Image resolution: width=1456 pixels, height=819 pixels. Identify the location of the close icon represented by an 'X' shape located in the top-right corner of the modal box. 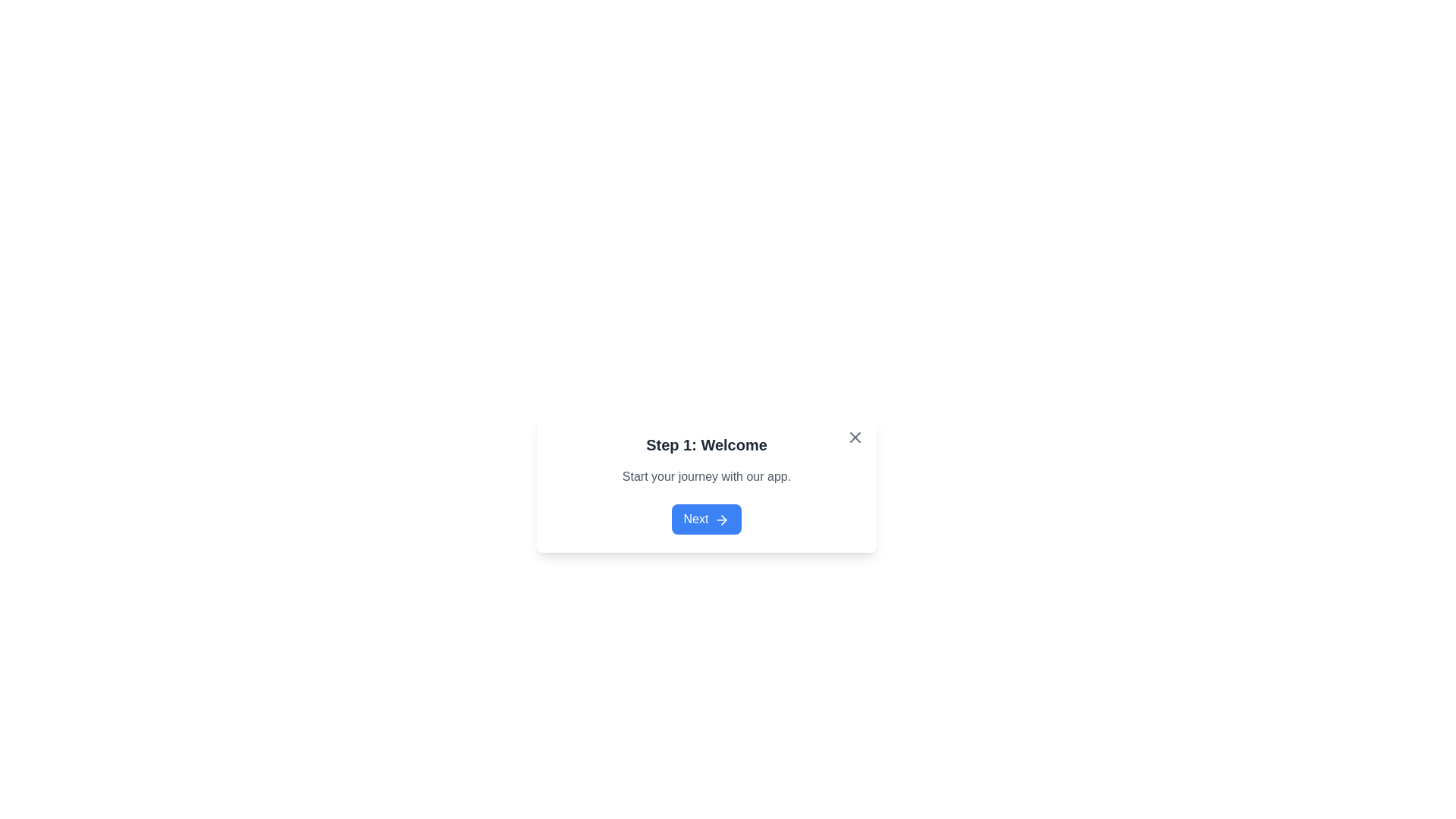
(855, 438).